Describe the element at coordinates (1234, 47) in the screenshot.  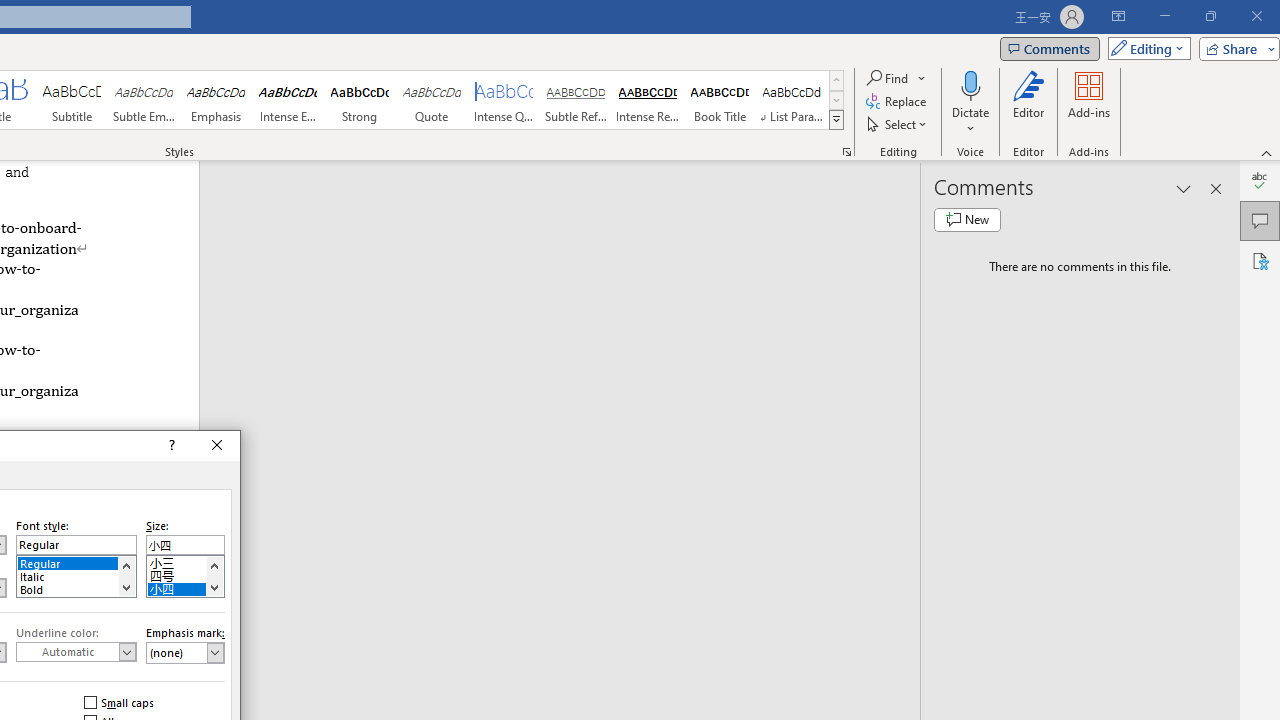
I see `'Share'` at that location.